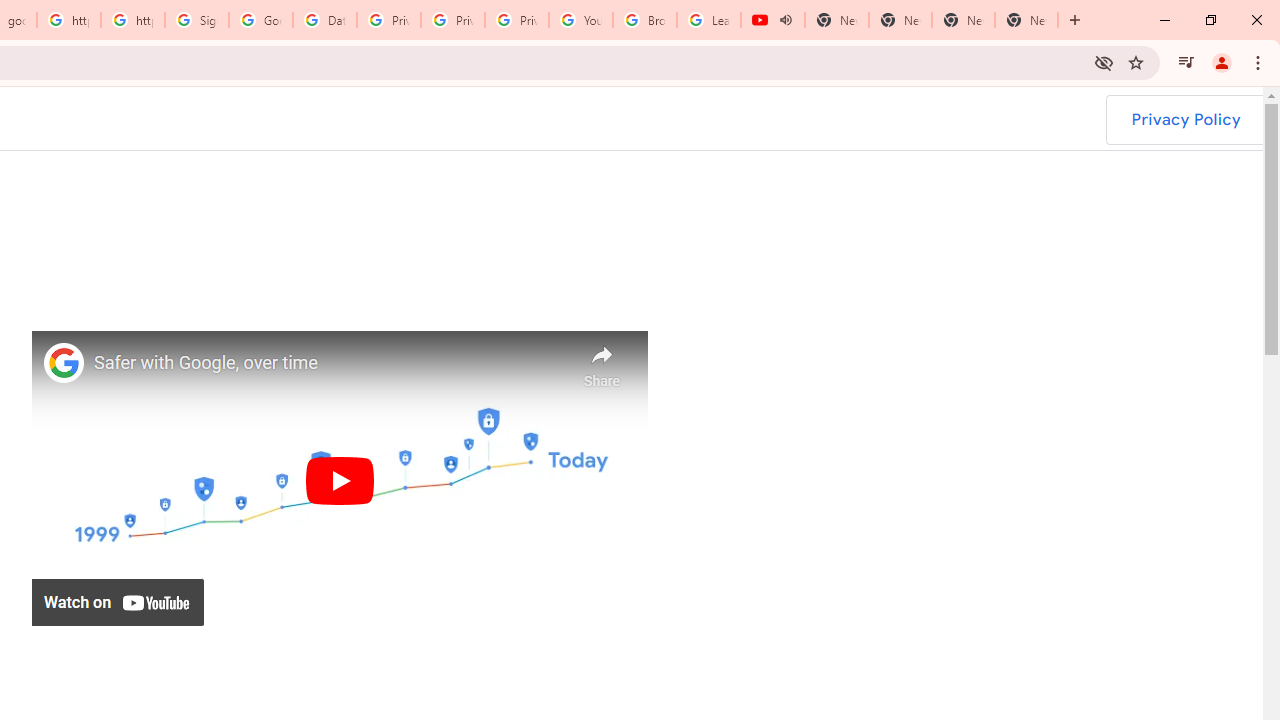 Image resolution: width=1280 pixels, height=720 pixels. I want to click on 'Watch on YouTube', so click(117, 601).